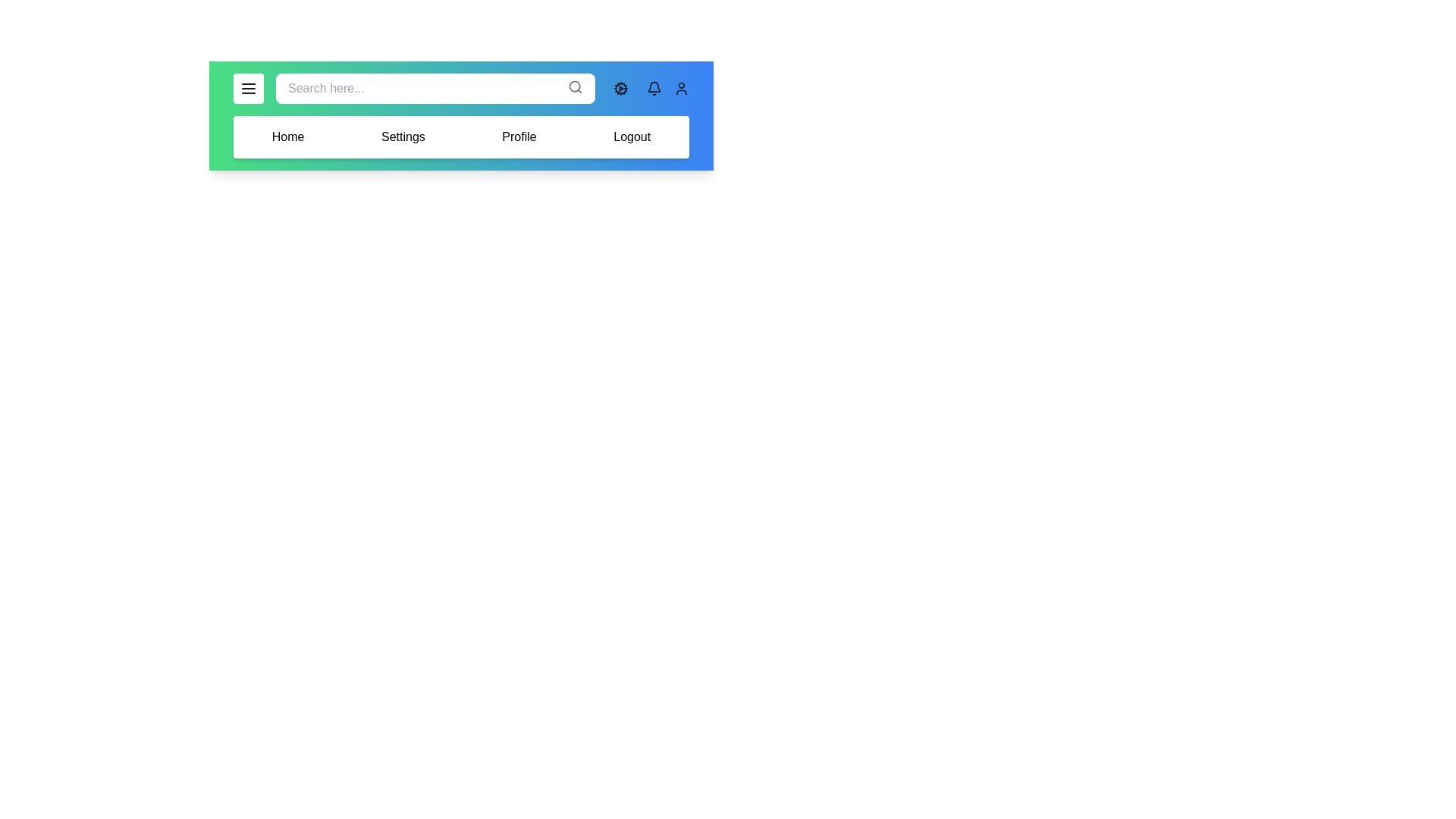 This screenshot has height=819, width=1456. I want to click on the user profile icon to open the user profile menu, so click(680, 88).